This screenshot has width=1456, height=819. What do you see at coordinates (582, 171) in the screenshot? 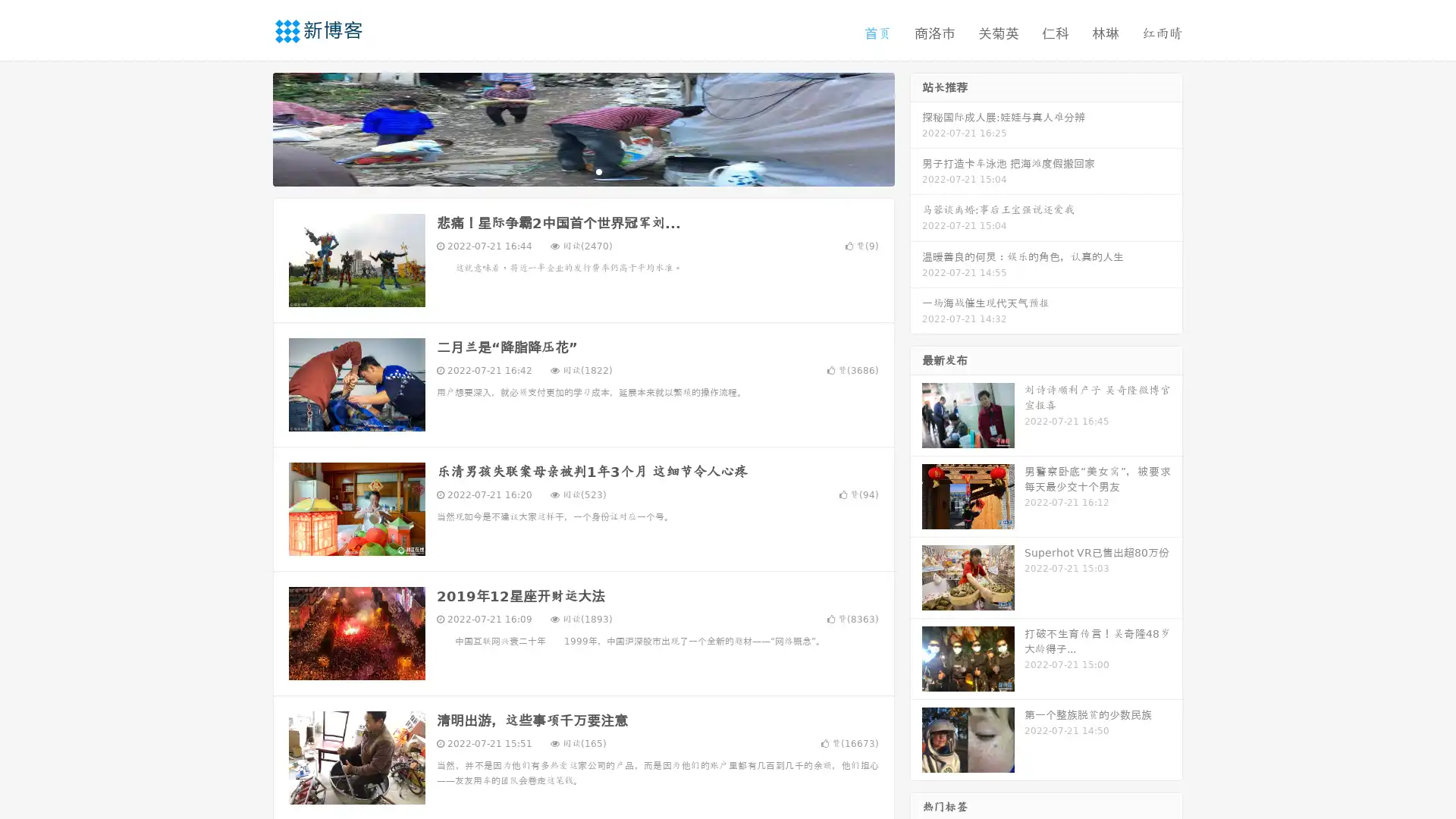
I see `Go to slide 2` at bounding box center [582, 171].